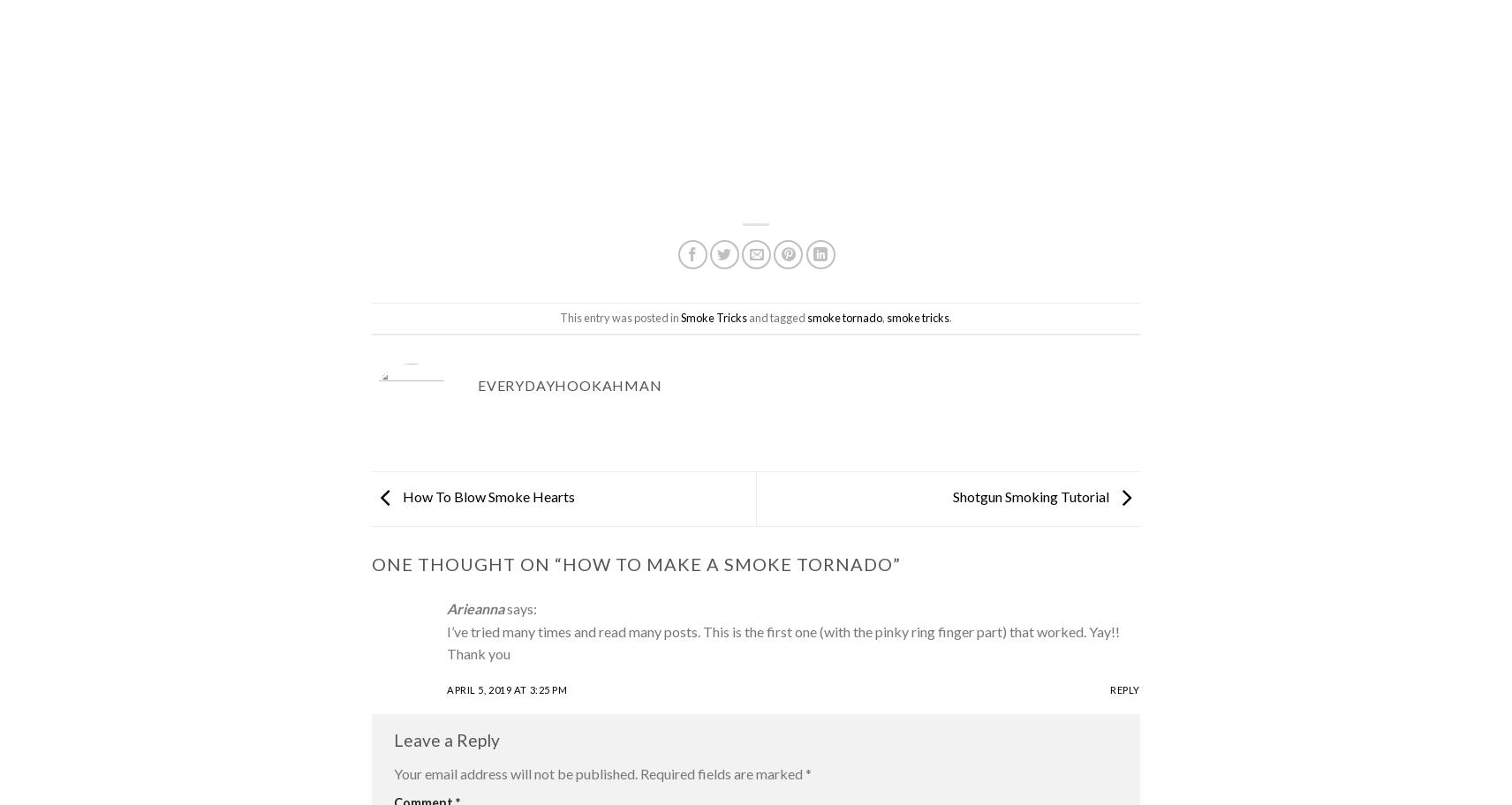 This screenshot has height=805, width=1512. What do you see at coordinates (514, 772) in the screenshot?
I see `'Your email address will not be published.'` at bounding box center [514, 772].